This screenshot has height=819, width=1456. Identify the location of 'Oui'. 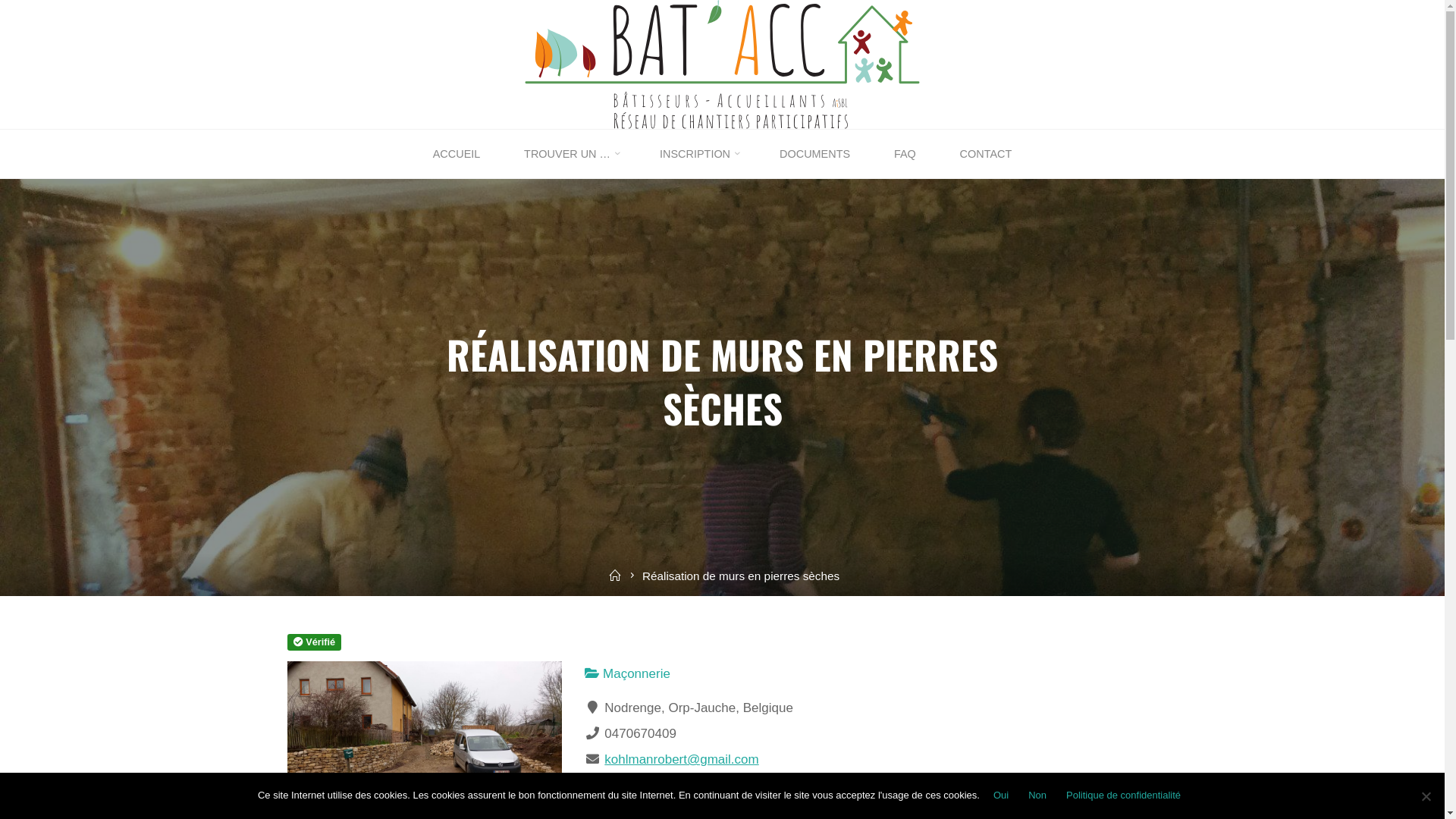
(987, 795).